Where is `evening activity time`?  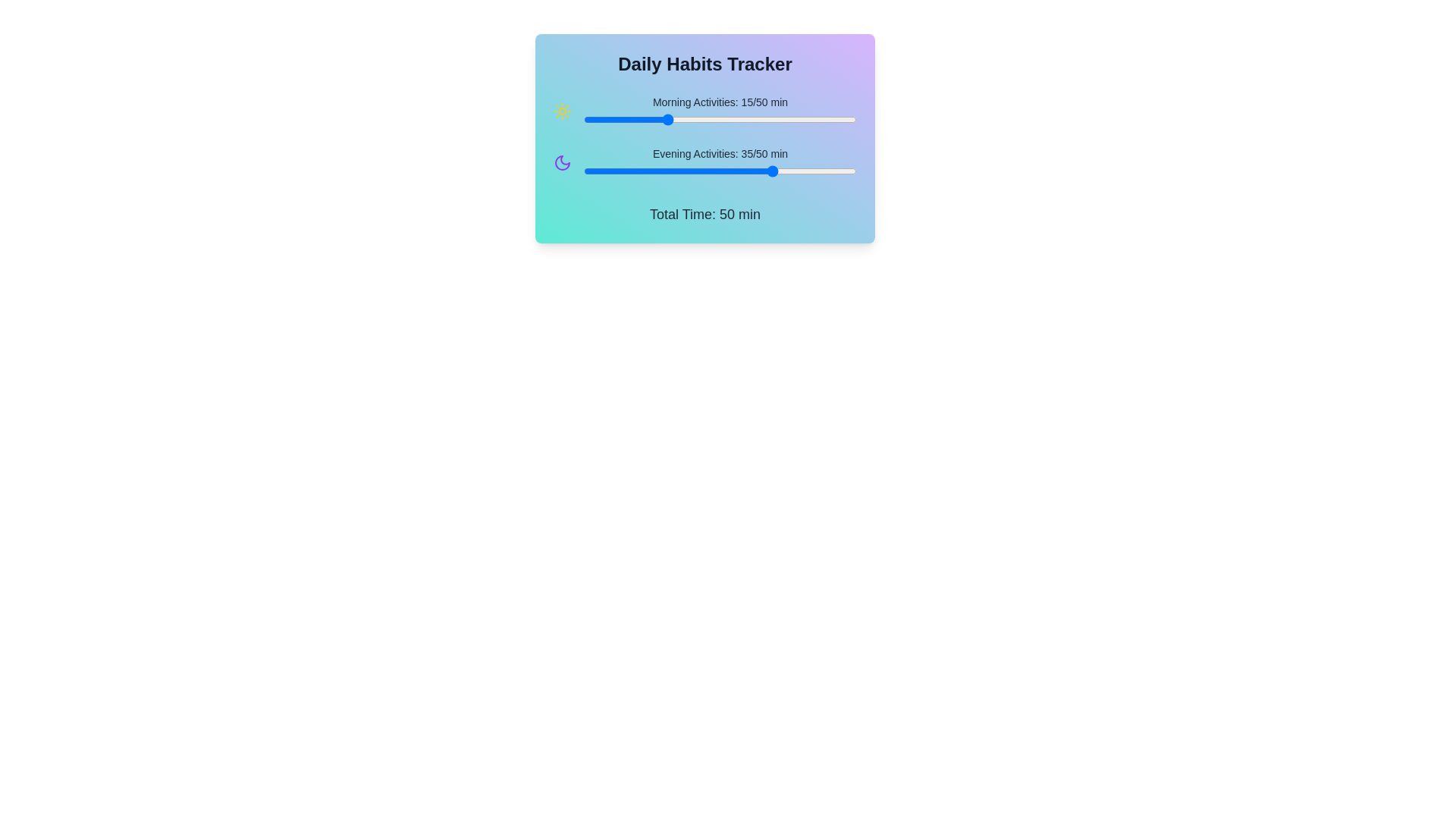 evening activity time is located at coordinates (720, 171).